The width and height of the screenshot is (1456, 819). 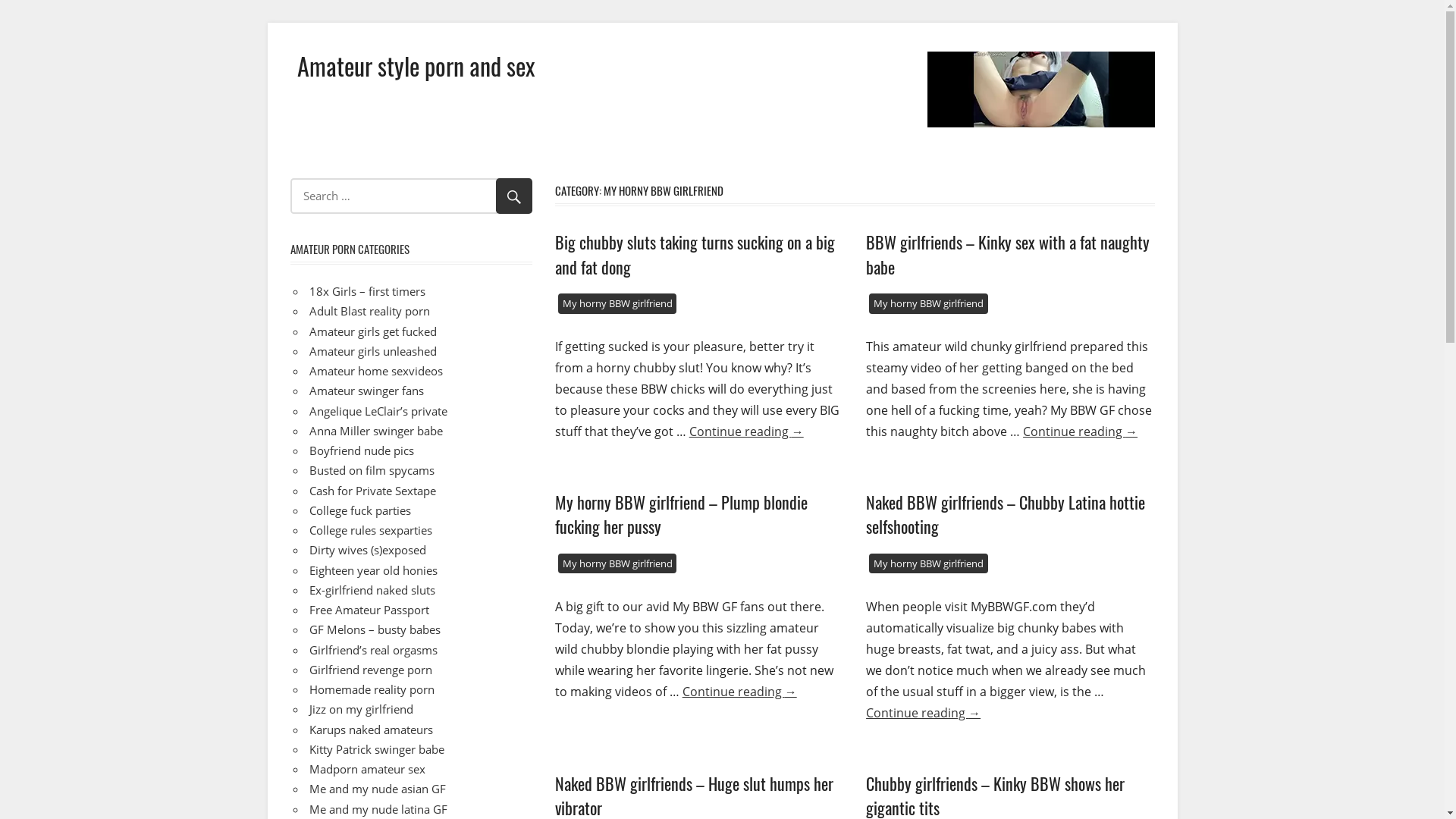 I want to click on 'Madporn amateur sex', so click(x=367, y=769).